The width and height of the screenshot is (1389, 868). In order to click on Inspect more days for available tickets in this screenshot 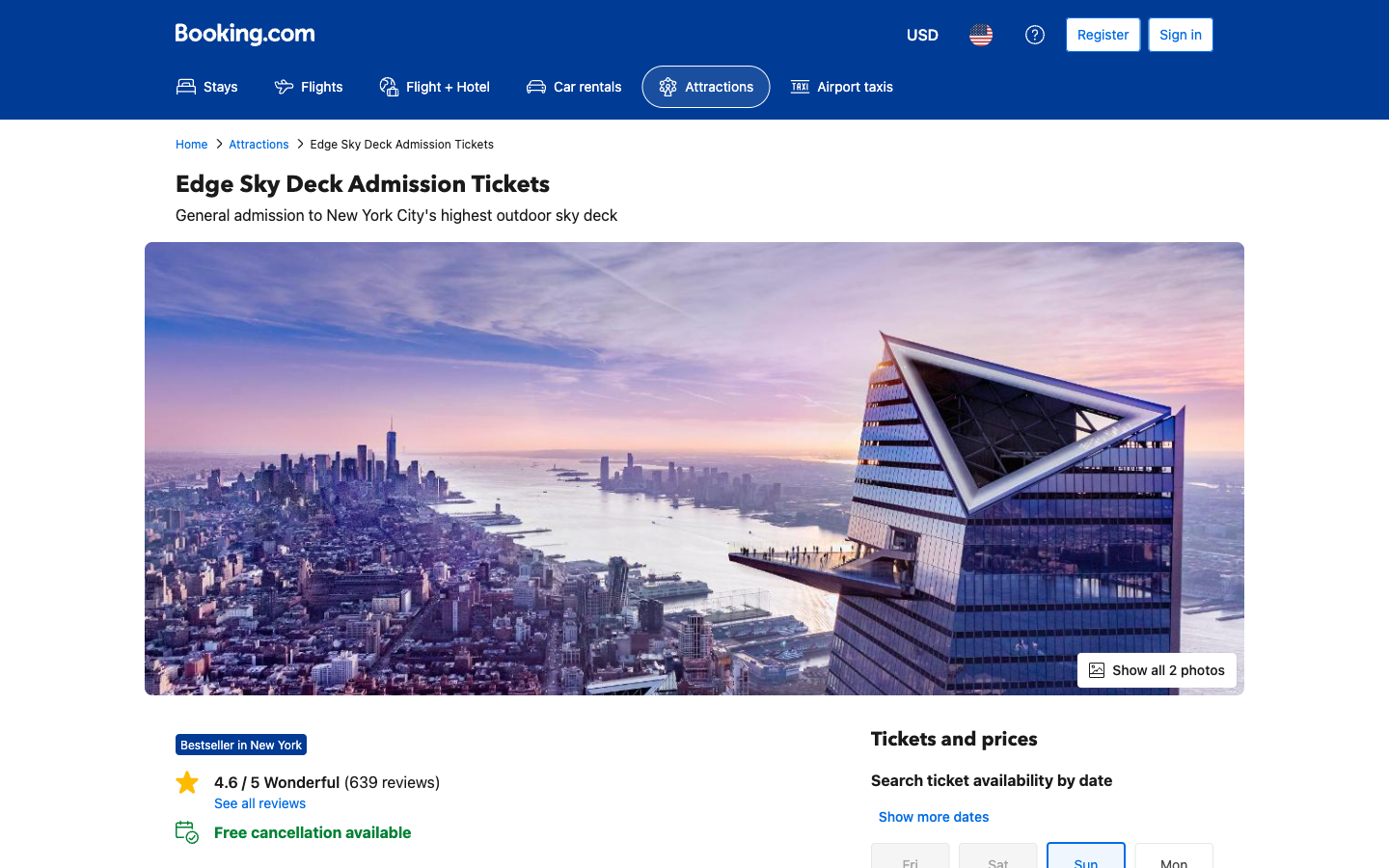, I will do `click(932, 816)`.